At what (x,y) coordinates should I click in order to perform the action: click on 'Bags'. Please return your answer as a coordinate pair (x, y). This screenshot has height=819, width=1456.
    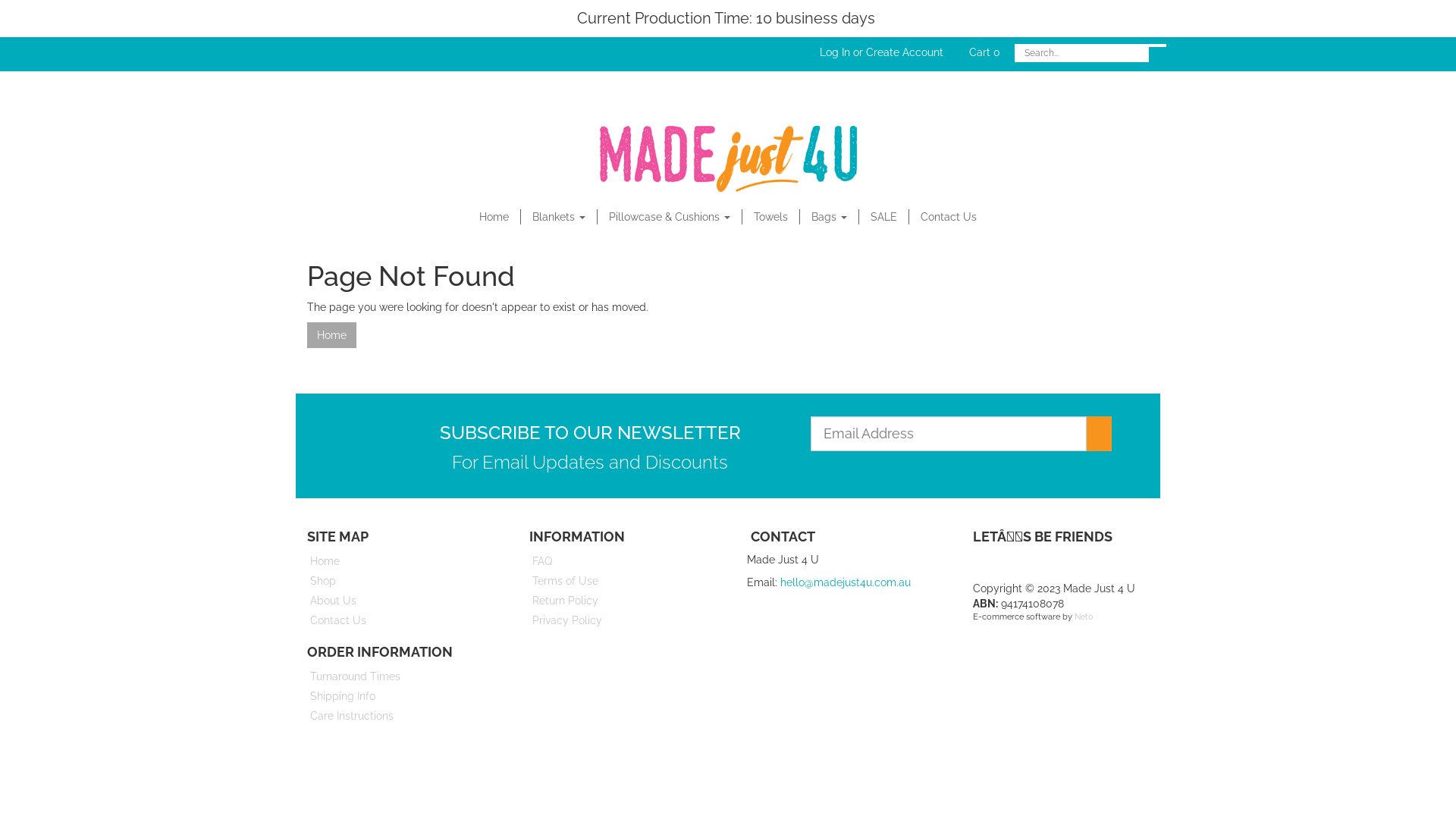
    Looking at the image, I should click on (829, 216).